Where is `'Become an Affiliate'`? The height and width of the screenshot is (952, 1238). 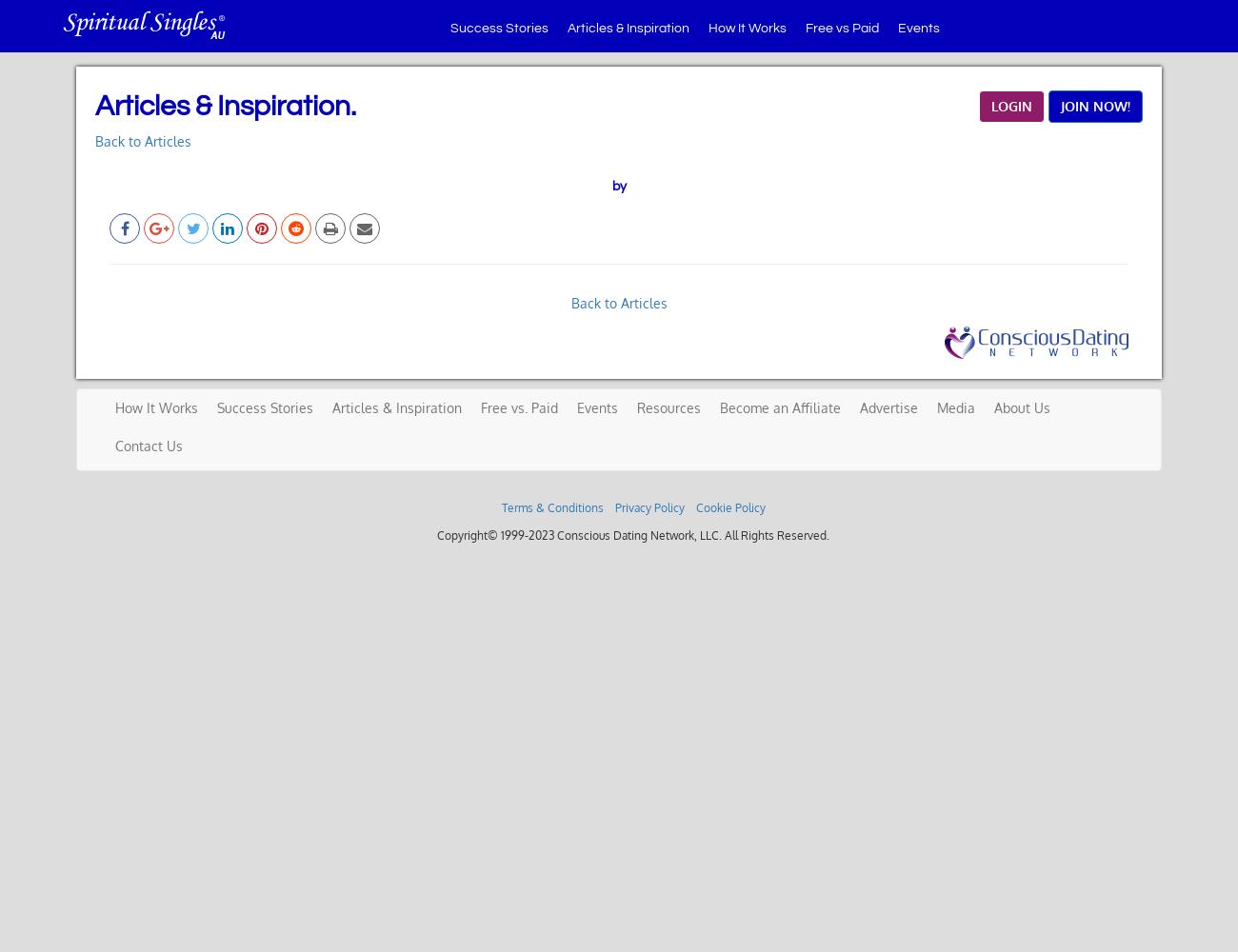
'Become an Affiliate' is located at coordinates (719, 407).